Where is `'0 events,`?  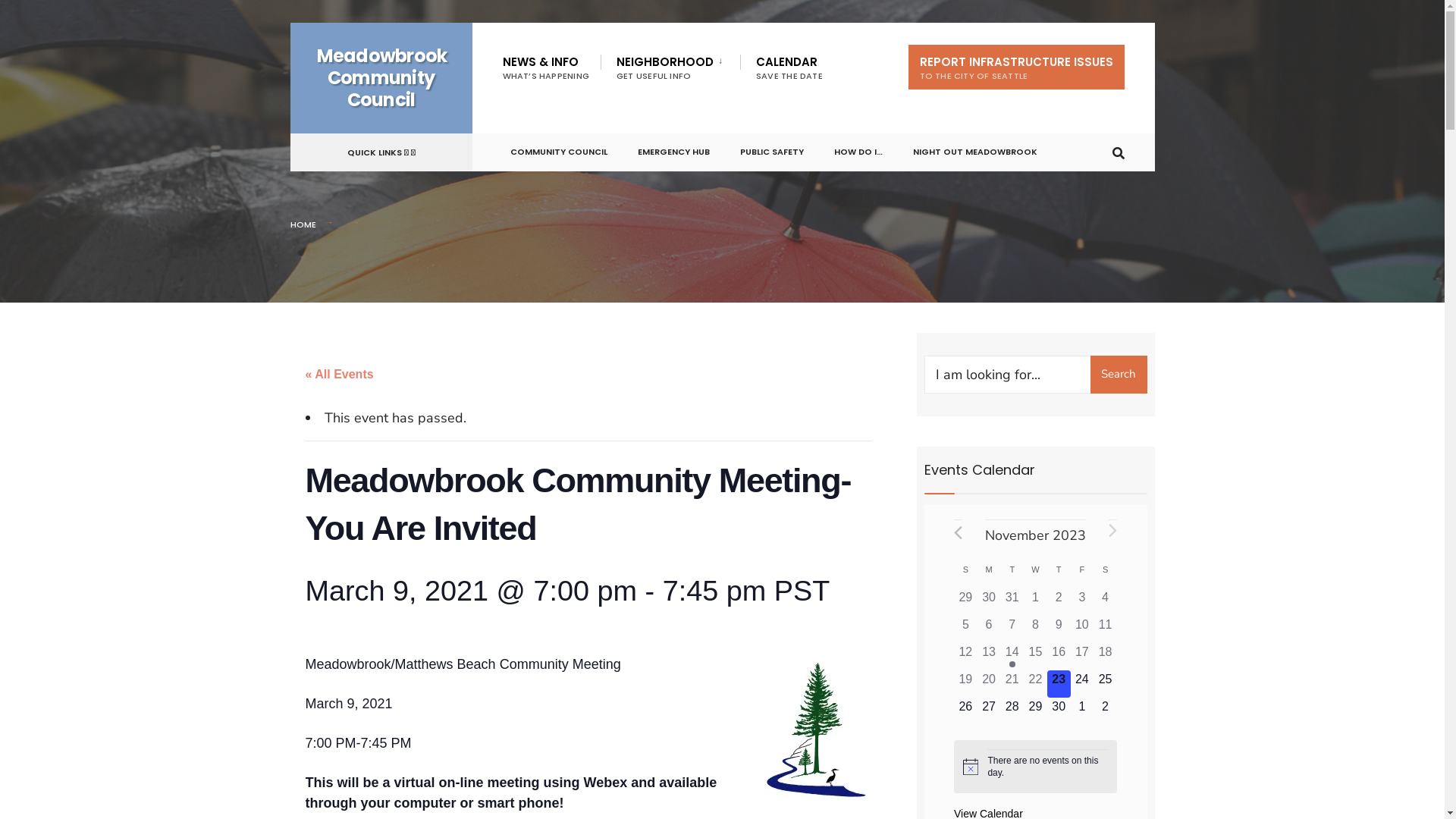 '0 events, is located at coordinates (1081, 656).